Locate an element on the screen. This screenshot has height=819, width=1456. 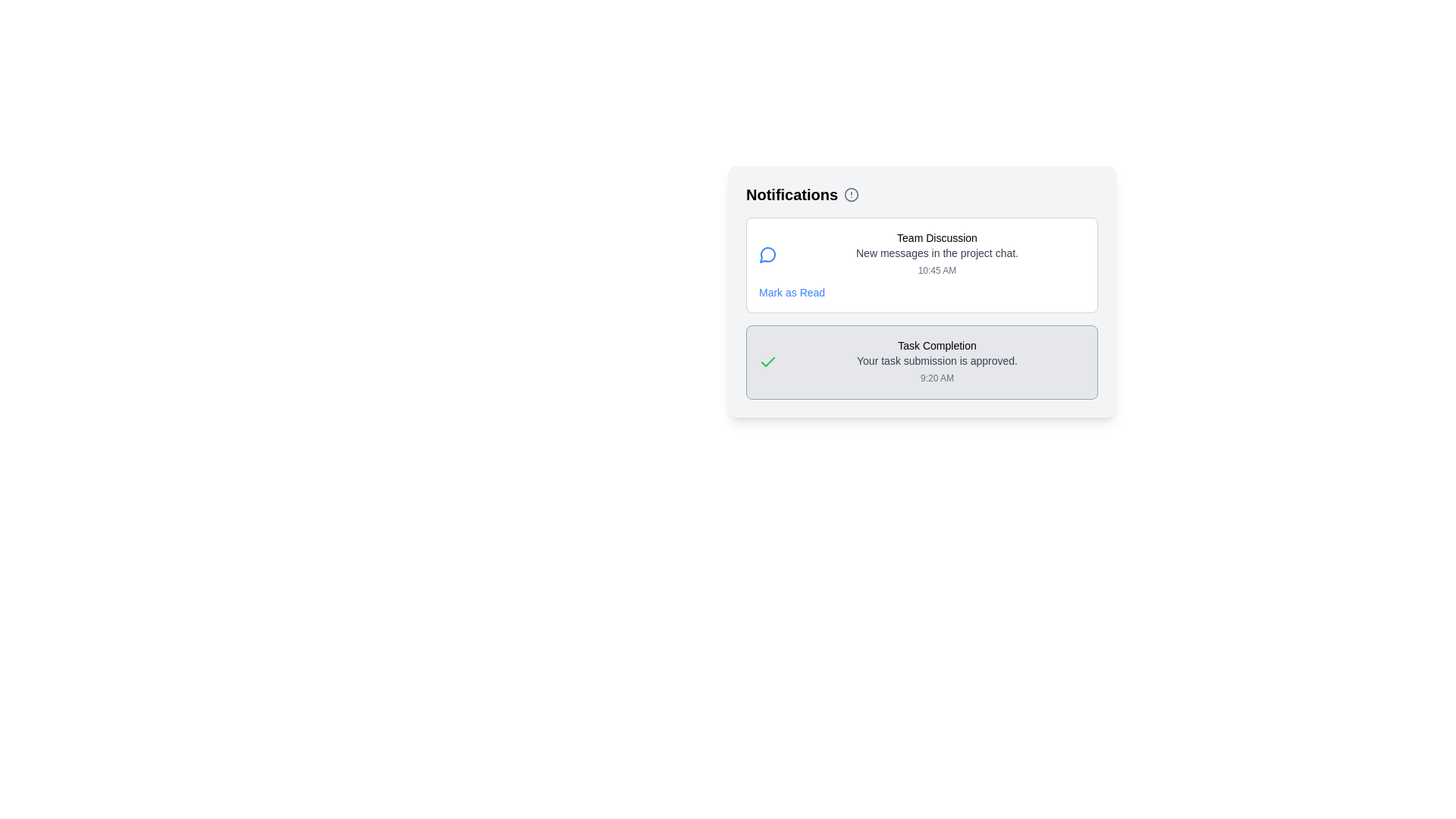
the second notification card in the notifications panel that informs the user about the approval of their task submission is located at coordinates (921, 362).